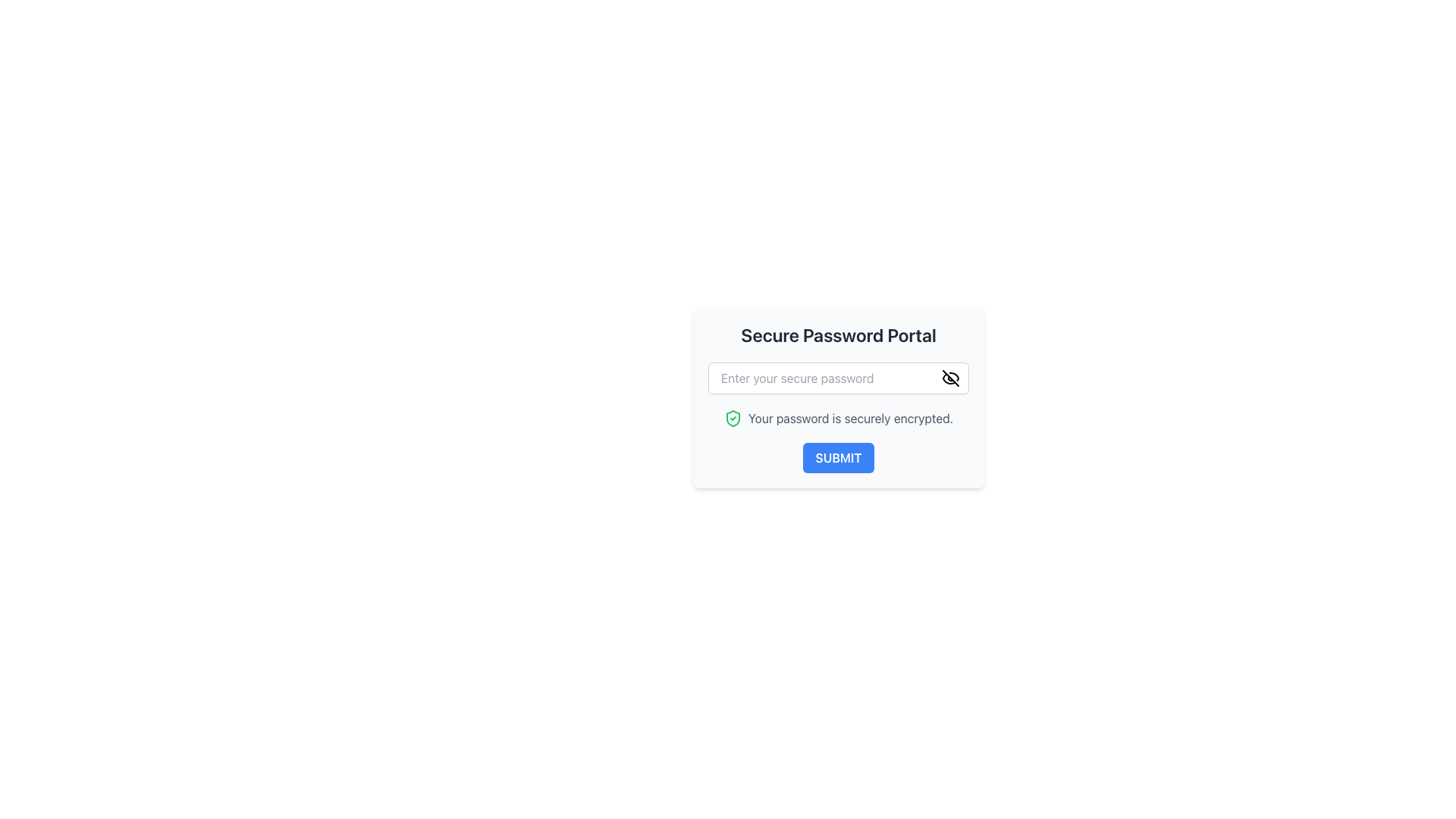 The height and width of the screenshot is (819, 1456). What do you see at coordinates (733, 418) in the screenshot?
I see `the green shield icon with a checkmark located to the left of the text label 'Your password is securely encrypted'` at bounding box center [733, 418].